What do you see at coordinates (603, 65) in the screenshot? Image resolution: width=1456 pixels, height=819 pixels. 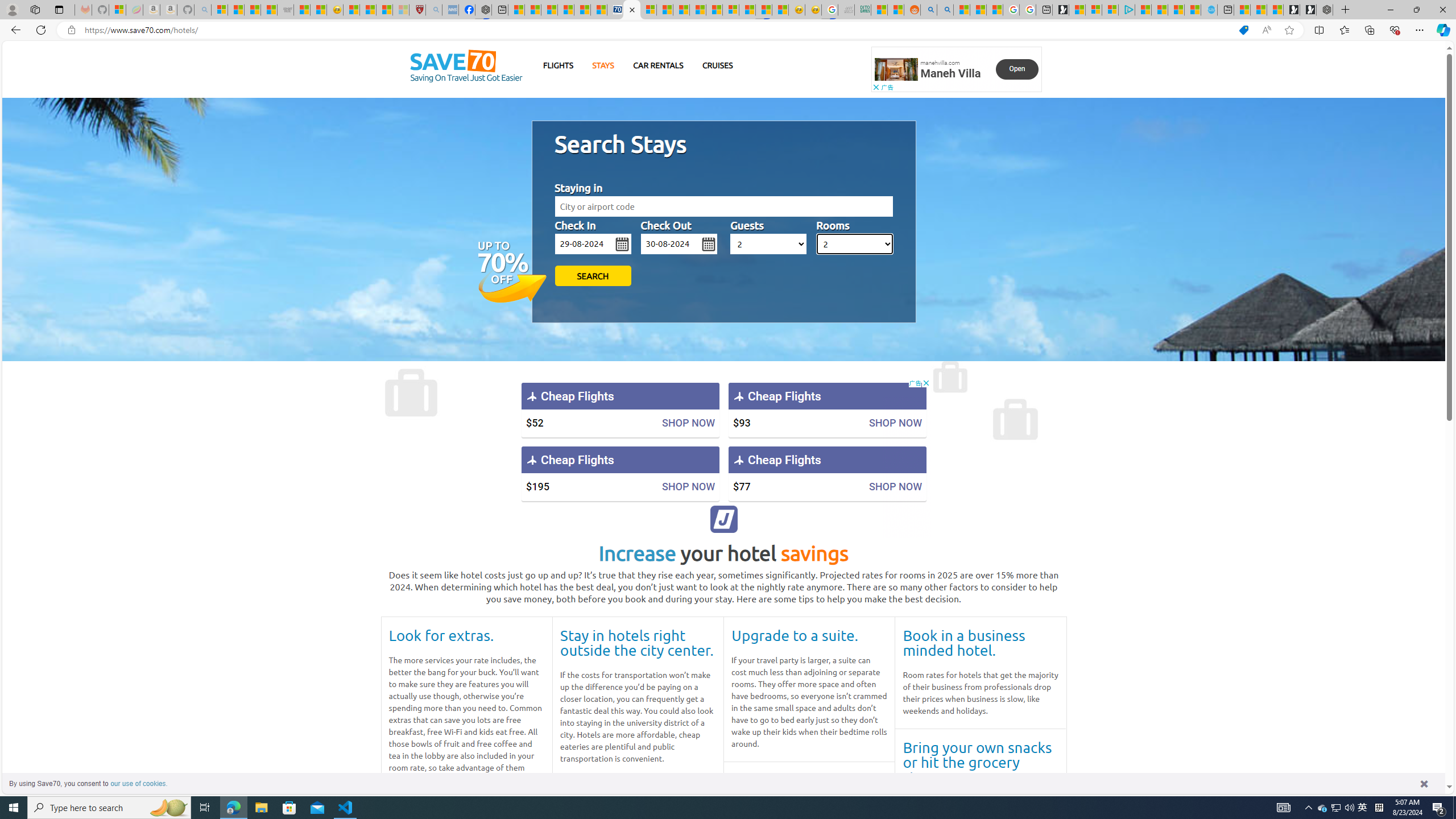 I see `'STAYS'` at bounding box center [603, 65].